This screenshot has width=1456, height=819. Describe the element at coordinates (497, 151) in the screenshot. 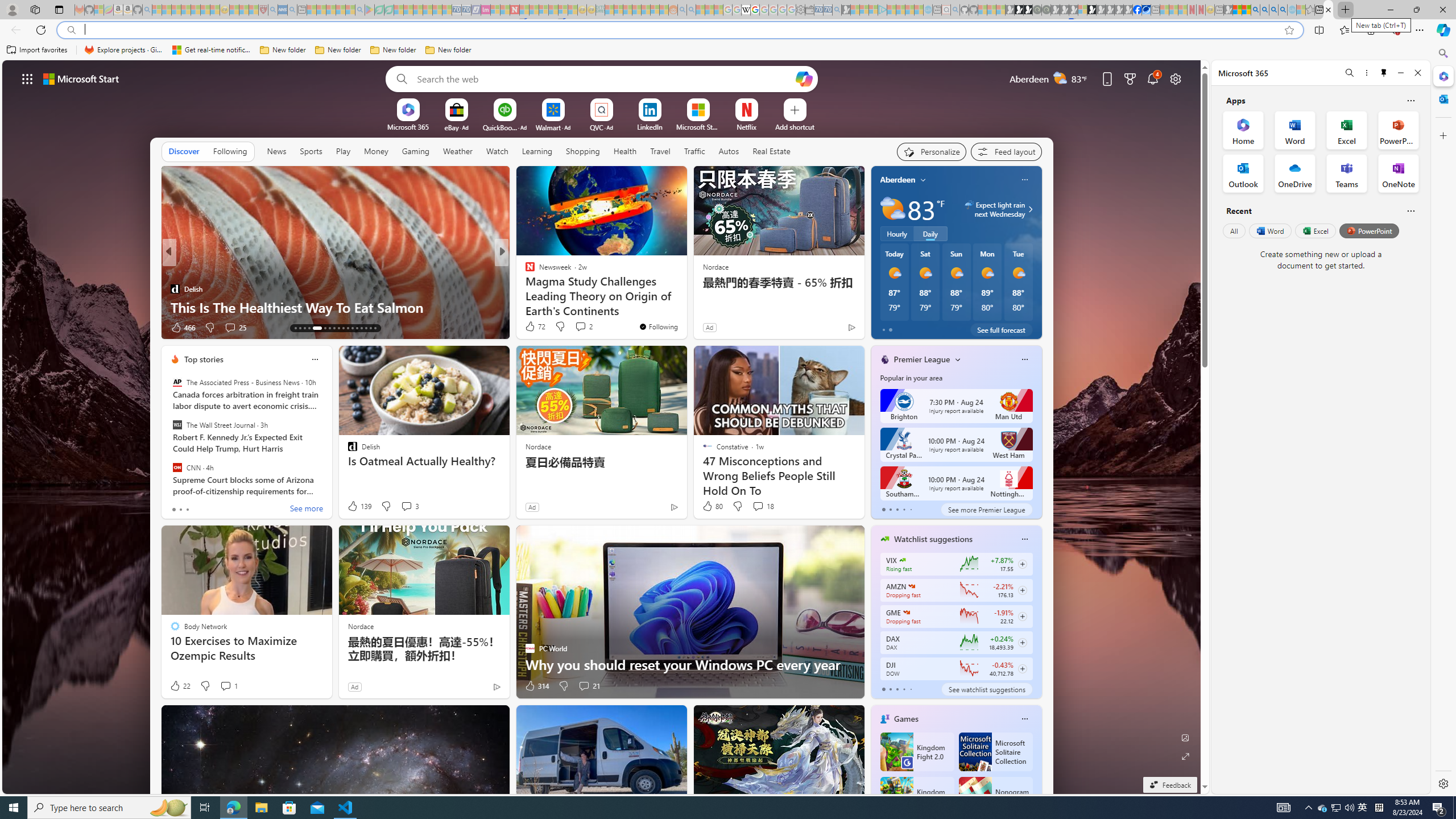

I see `'Watch'` at that location.